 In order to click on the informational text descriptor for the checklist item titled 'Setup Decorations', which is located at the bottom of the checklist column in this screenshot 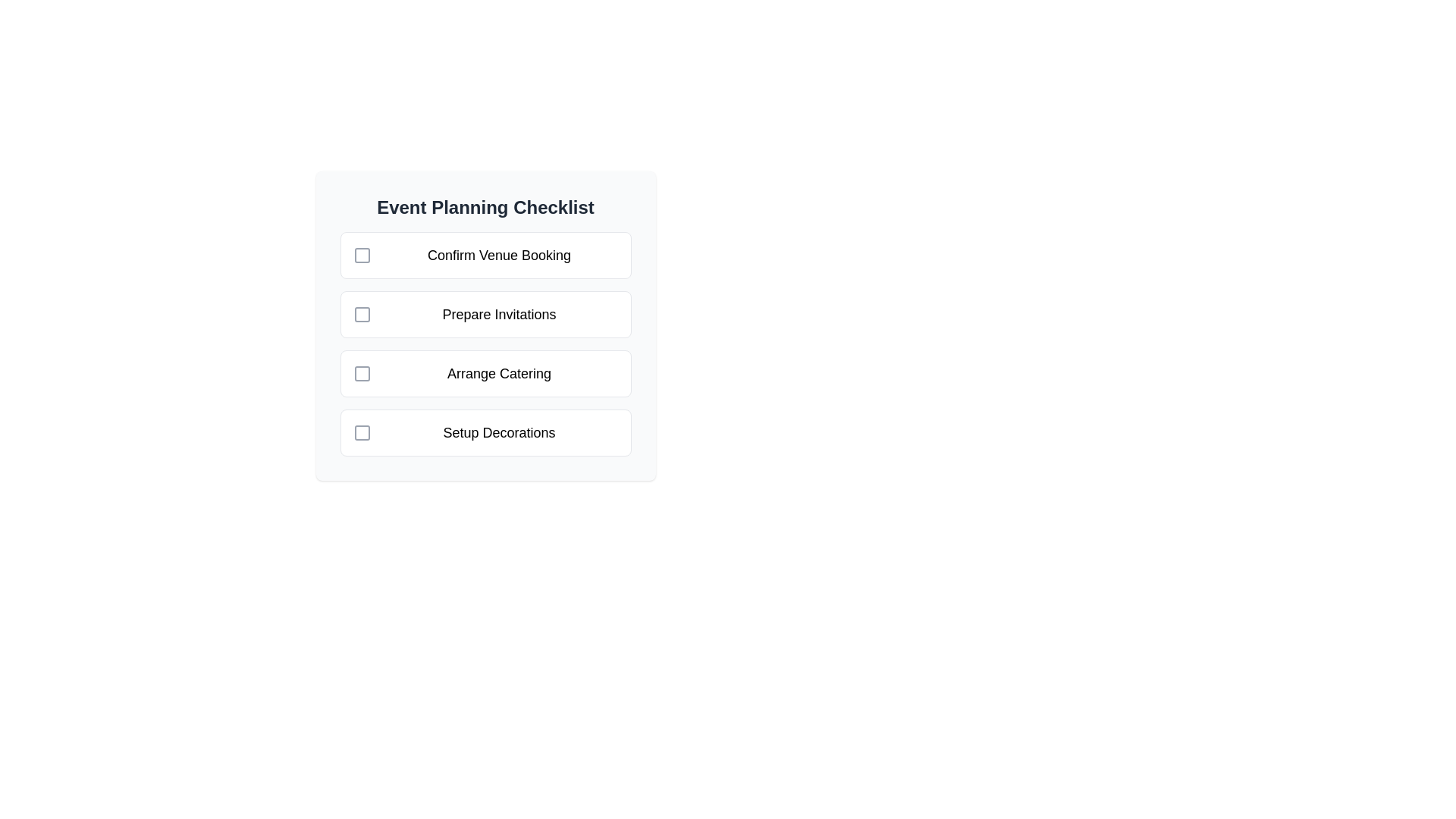, I will do `click(499, 432)`.